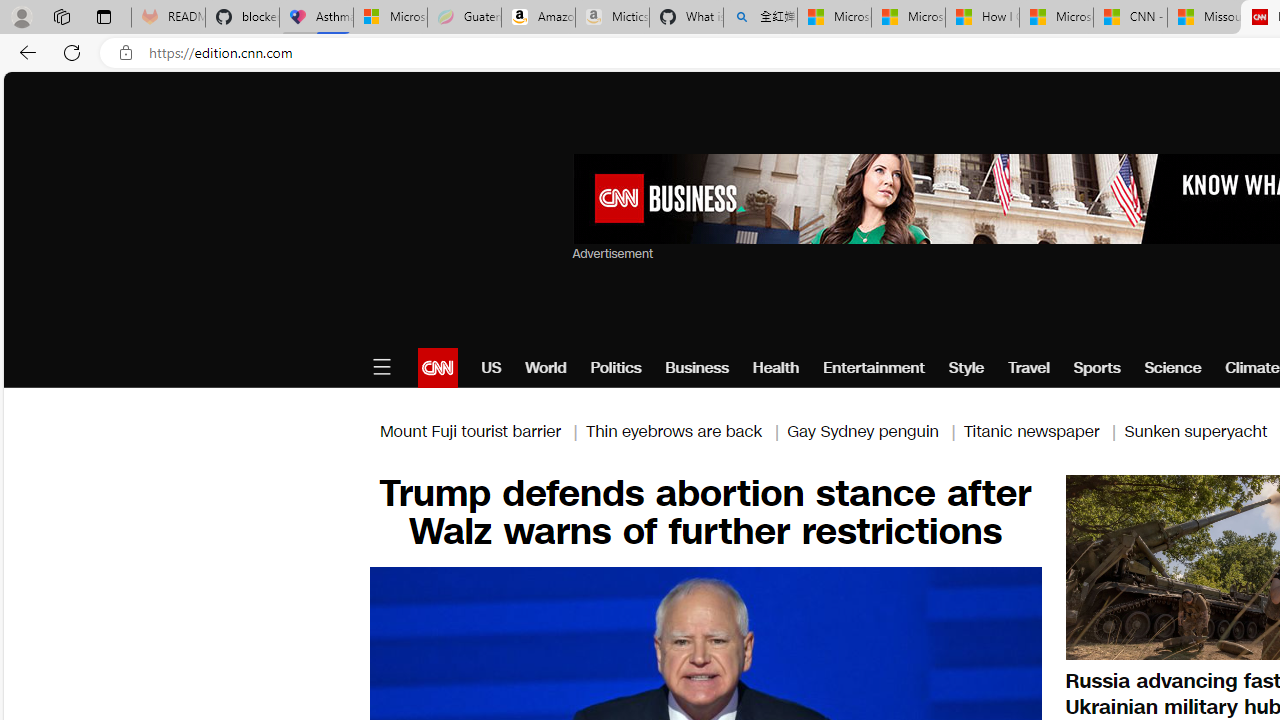  Describe the element at coordinates (1095, 367) in the screenshot. I see `'Sports'` at that location.